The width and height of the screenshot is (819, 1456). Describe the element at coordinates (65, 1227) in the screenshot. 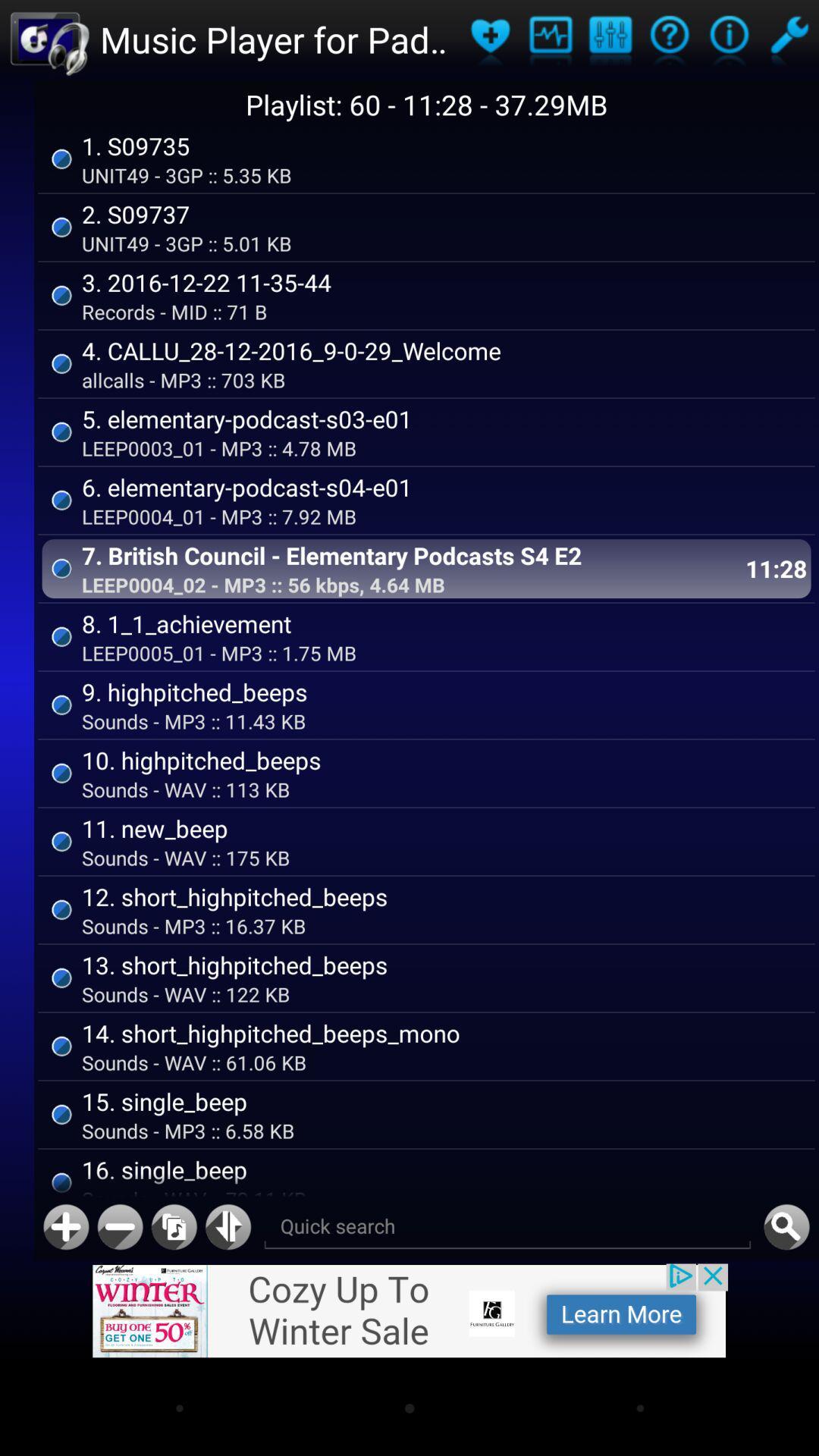

I see `increaese volume` at that location.